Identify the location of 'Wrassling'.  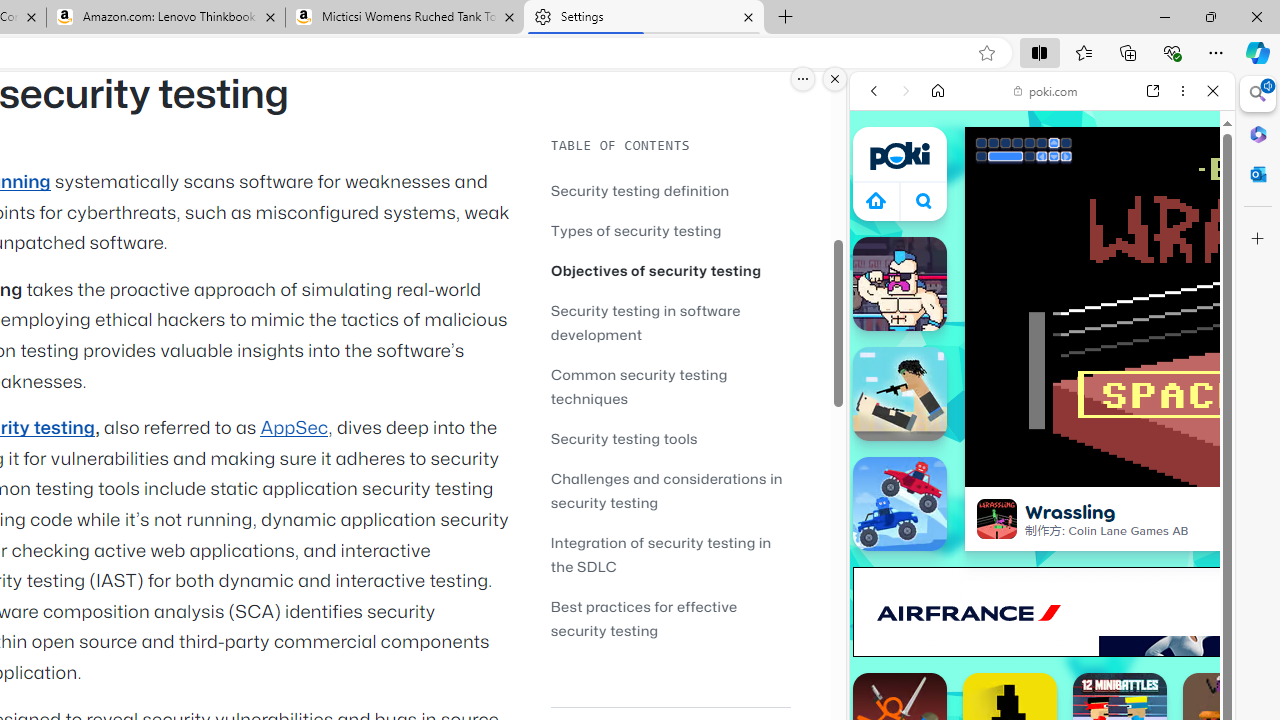
(997, 518).